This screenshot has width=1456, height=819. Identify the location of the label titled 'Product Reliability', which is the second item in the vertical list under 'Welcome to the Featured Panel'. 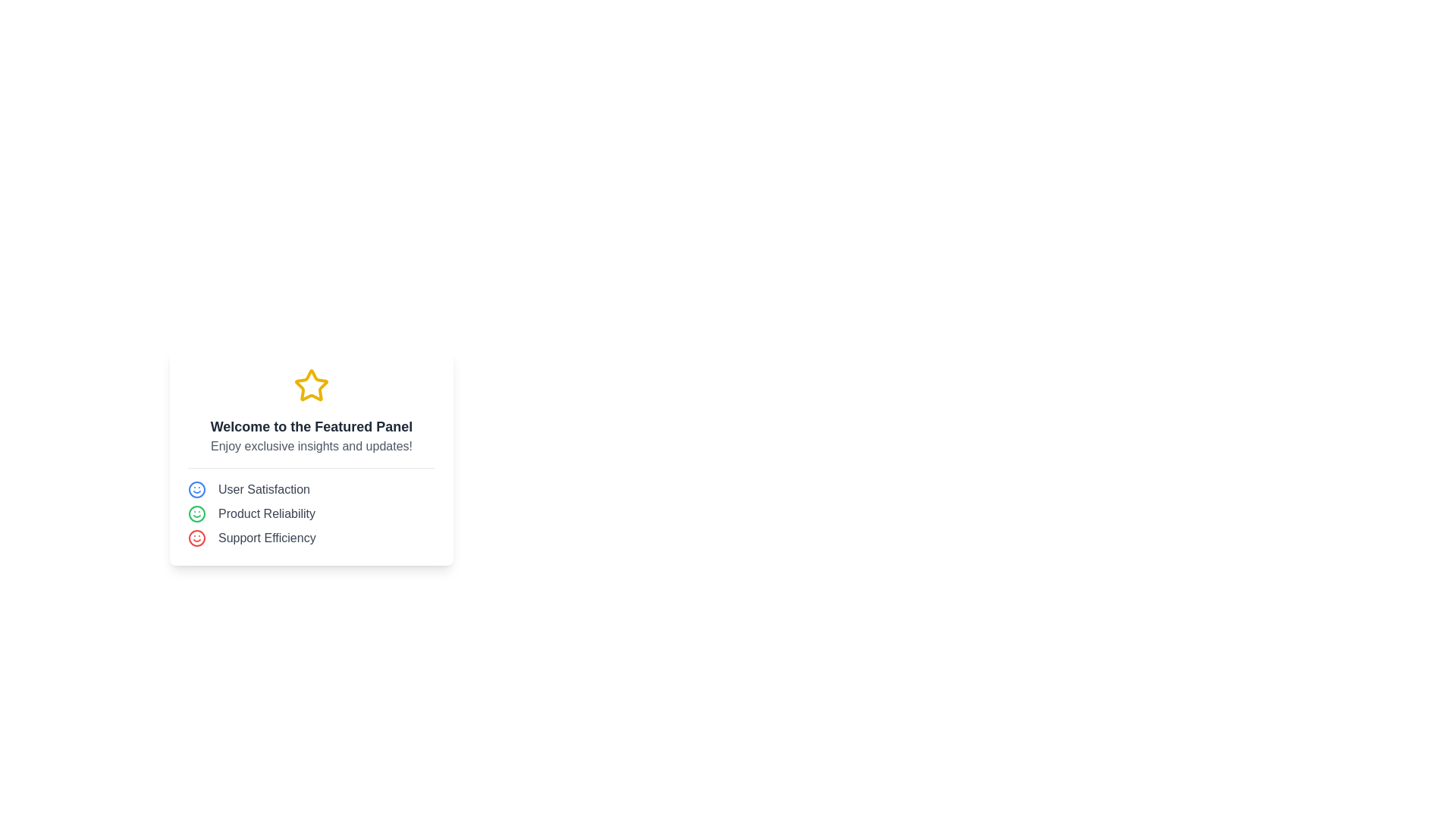
(266, 513).